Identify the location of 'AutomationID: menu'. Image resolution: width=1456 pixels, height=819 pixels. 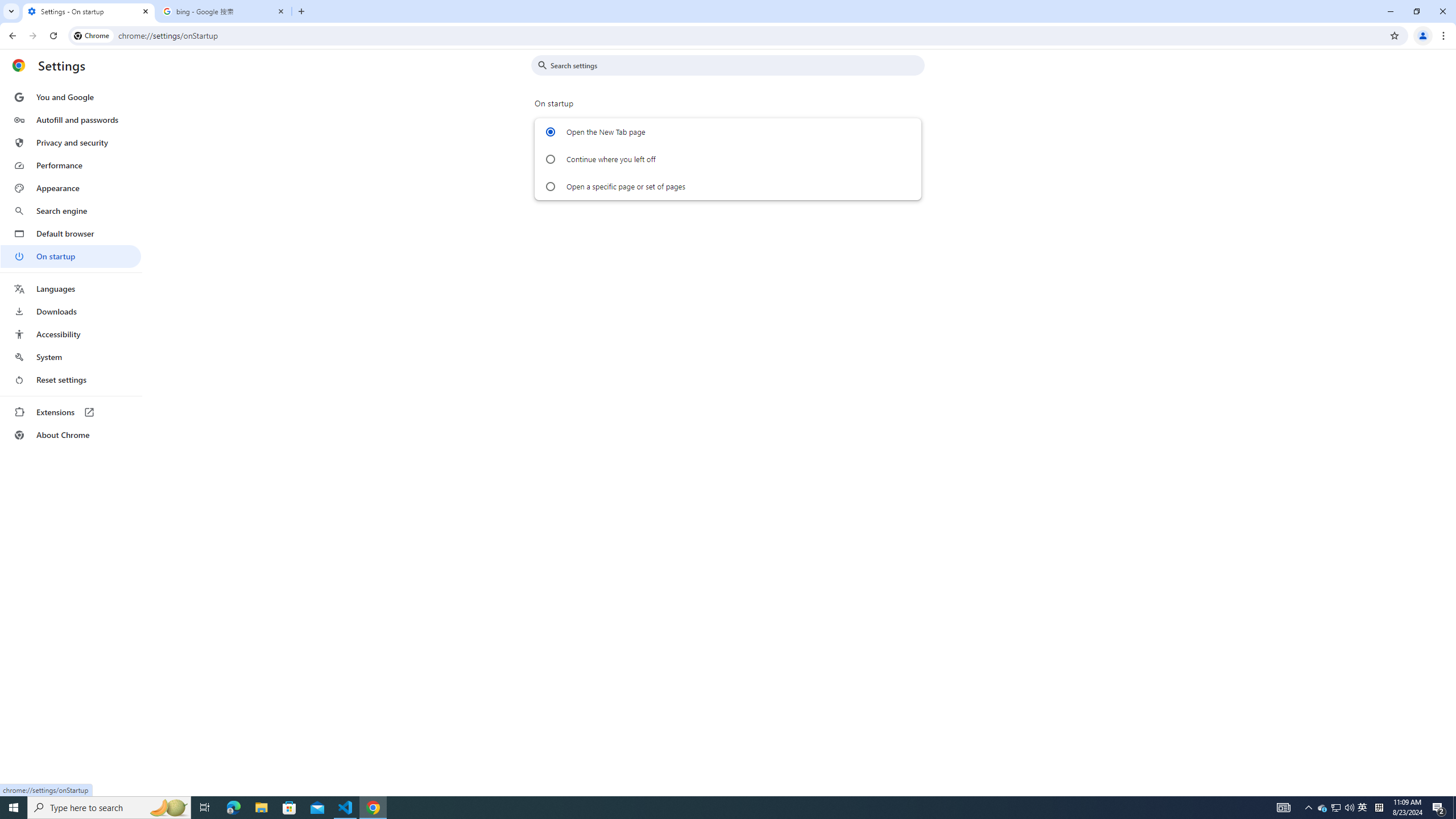
(71, 266).